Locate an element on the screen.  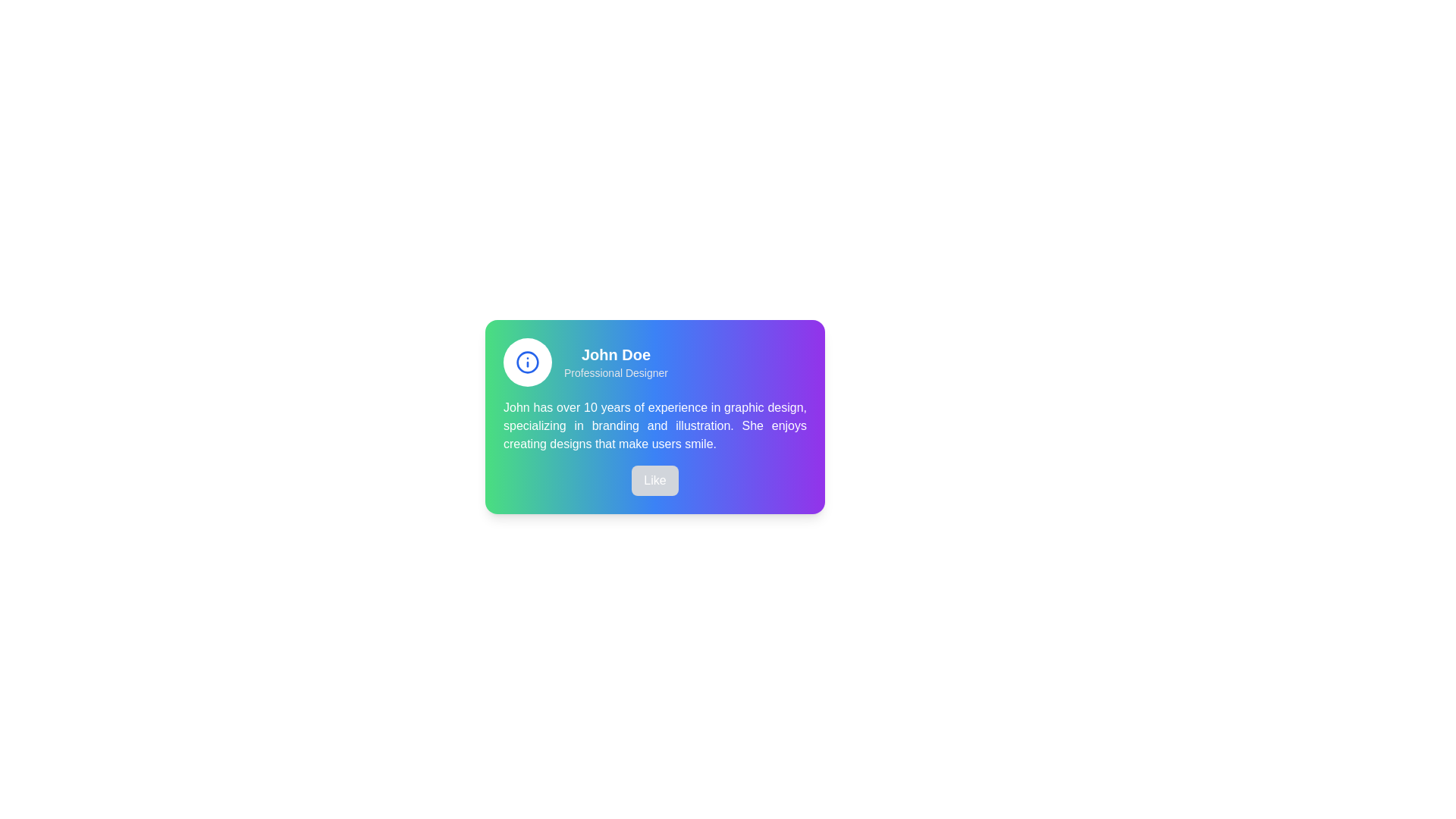
text content located in the biography section of the profile card, positioned below 'John Doe' and 'Professional Designer', and above the 'Like' button is located at coordinates (655, 426).